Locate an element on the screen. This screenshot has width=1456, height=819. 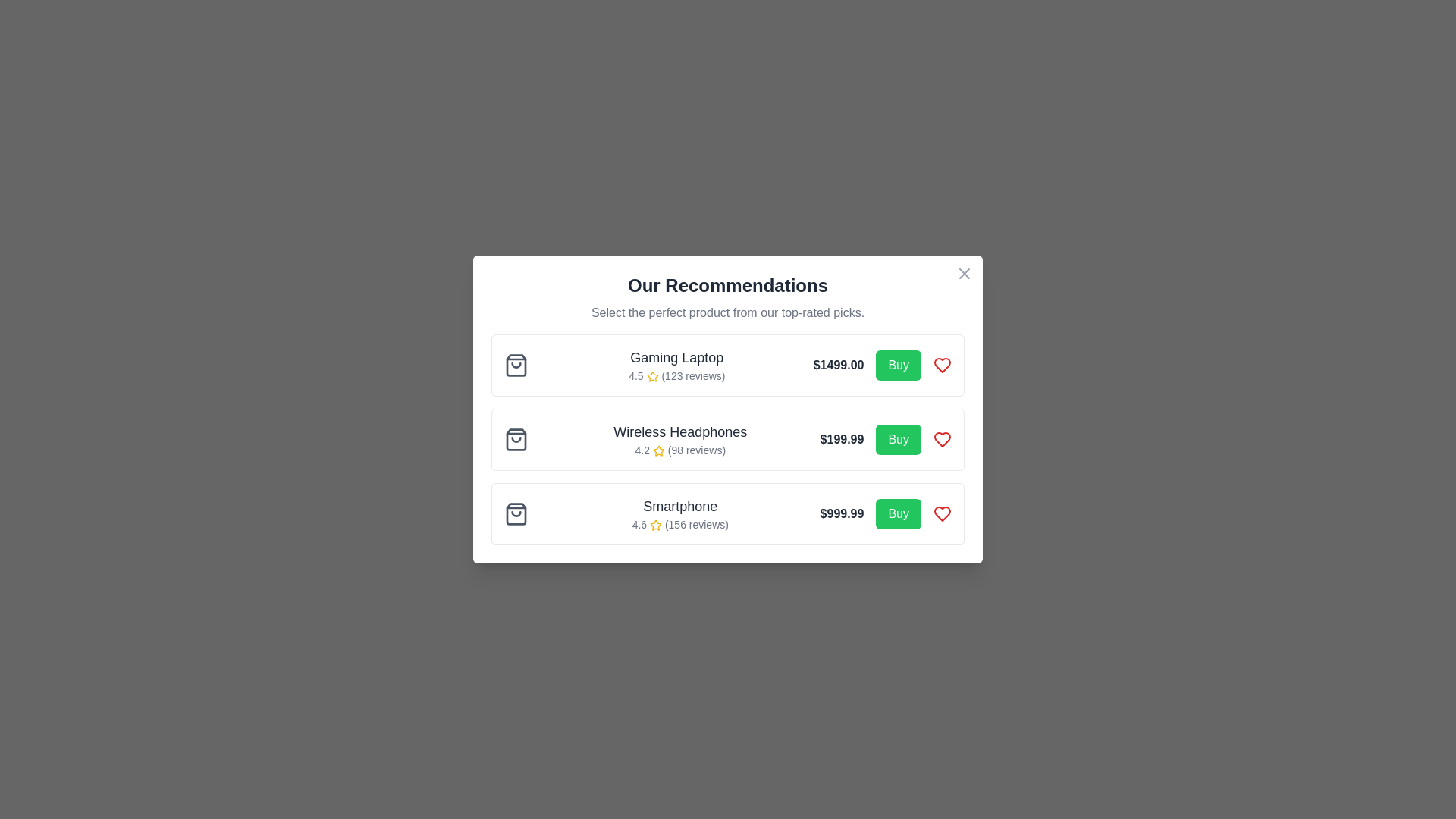
the heart icon located to the right side of the first item in the recommendation list, which is aligned beside the 'Buy' button is located at coordinates (942, 366).